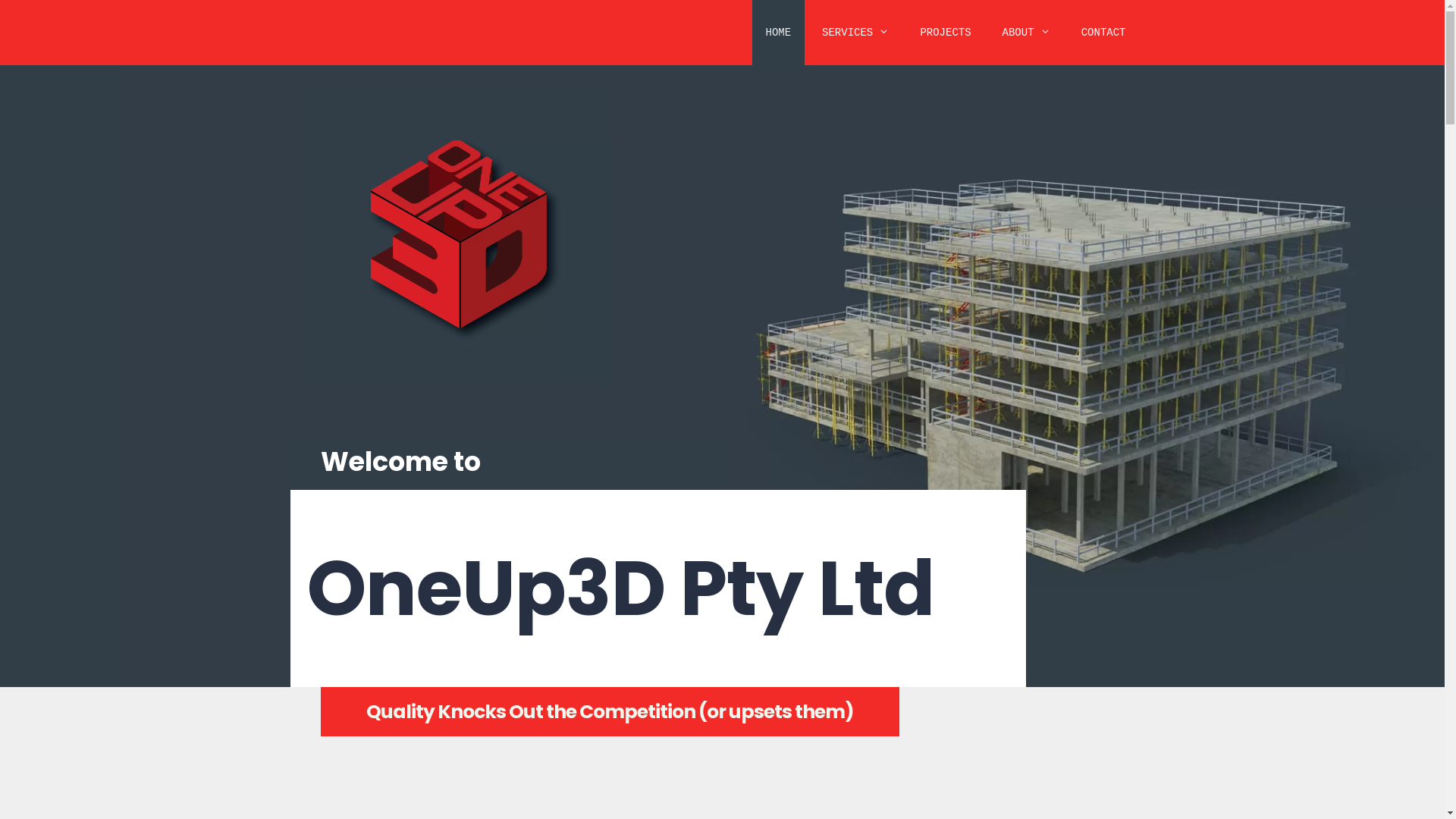 Image resolution: width=1456 pixels, height=819 pixels. What do you see at coordinates (855, 32) in the screenshot?
I see `'SERVICES'` at bounding box center [855, 32].